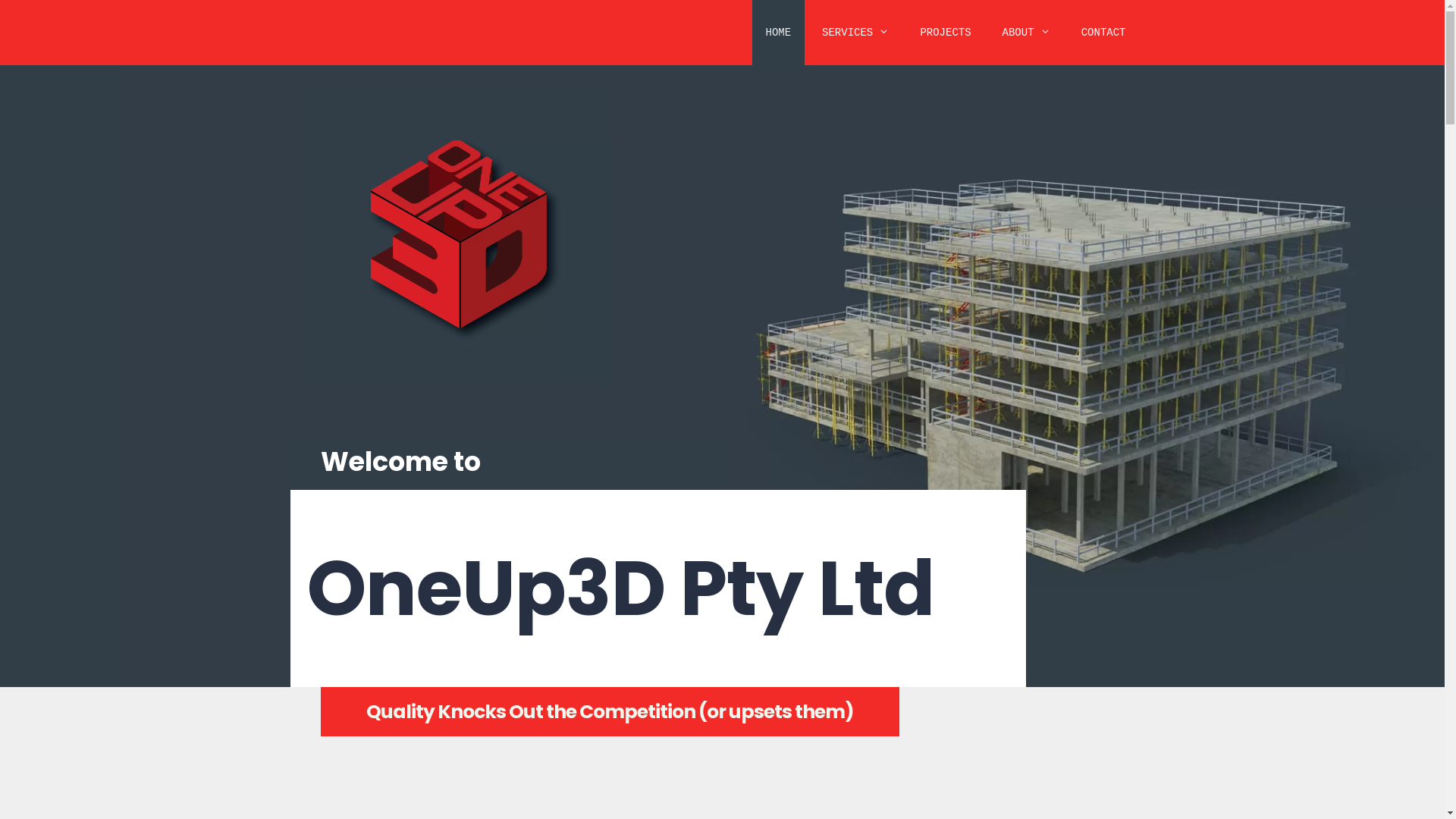 Image resolution: width=1456 pixels, height=819 pixels. What do you see at coordinates (855, 32) in the screenshot?
I see `'SERVICES'` at bounding box center [855, 32].